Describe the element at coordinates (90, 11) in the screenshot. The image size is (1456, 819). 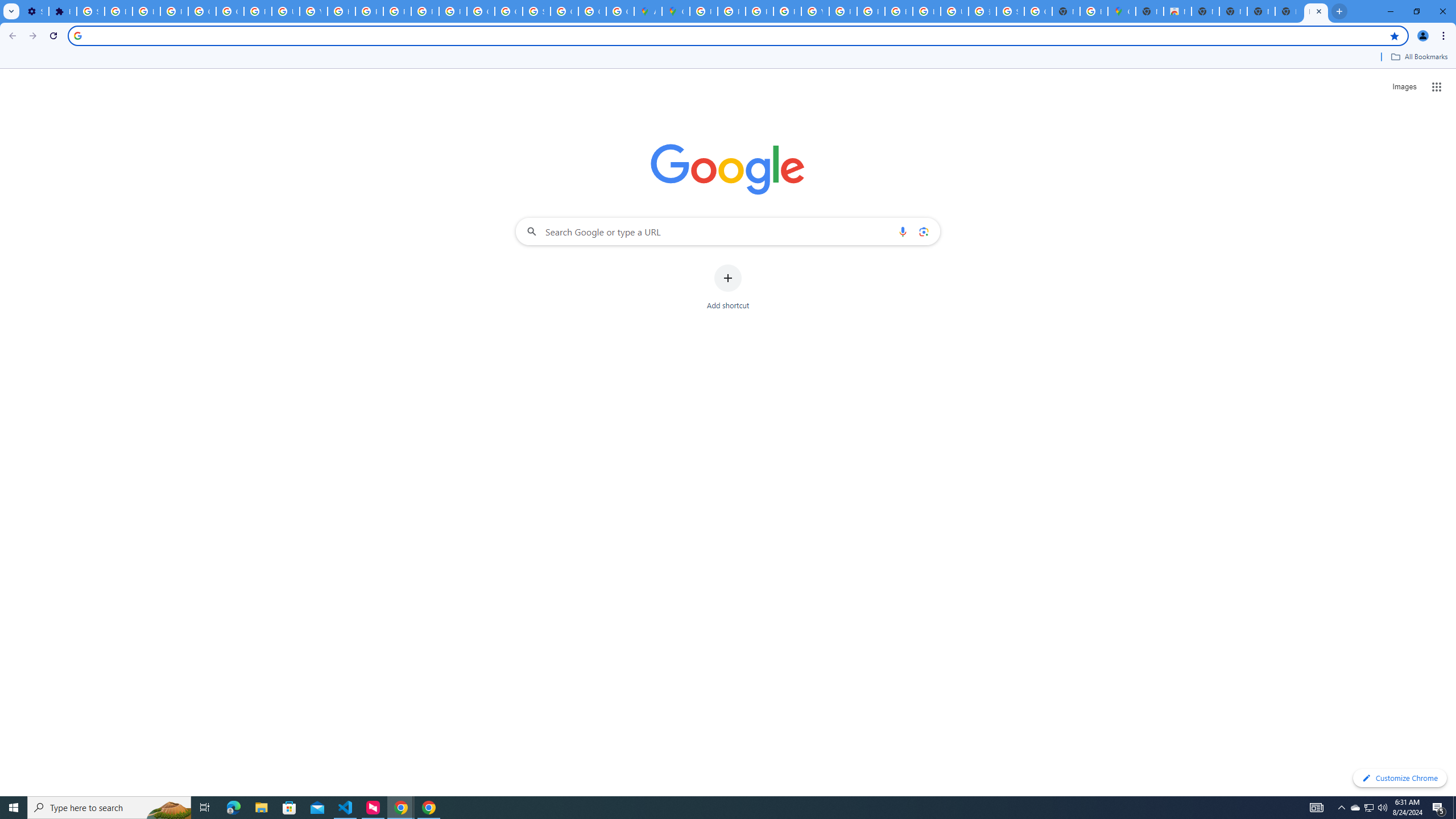
I see `'Sign in - Google Accounts'` at that location.